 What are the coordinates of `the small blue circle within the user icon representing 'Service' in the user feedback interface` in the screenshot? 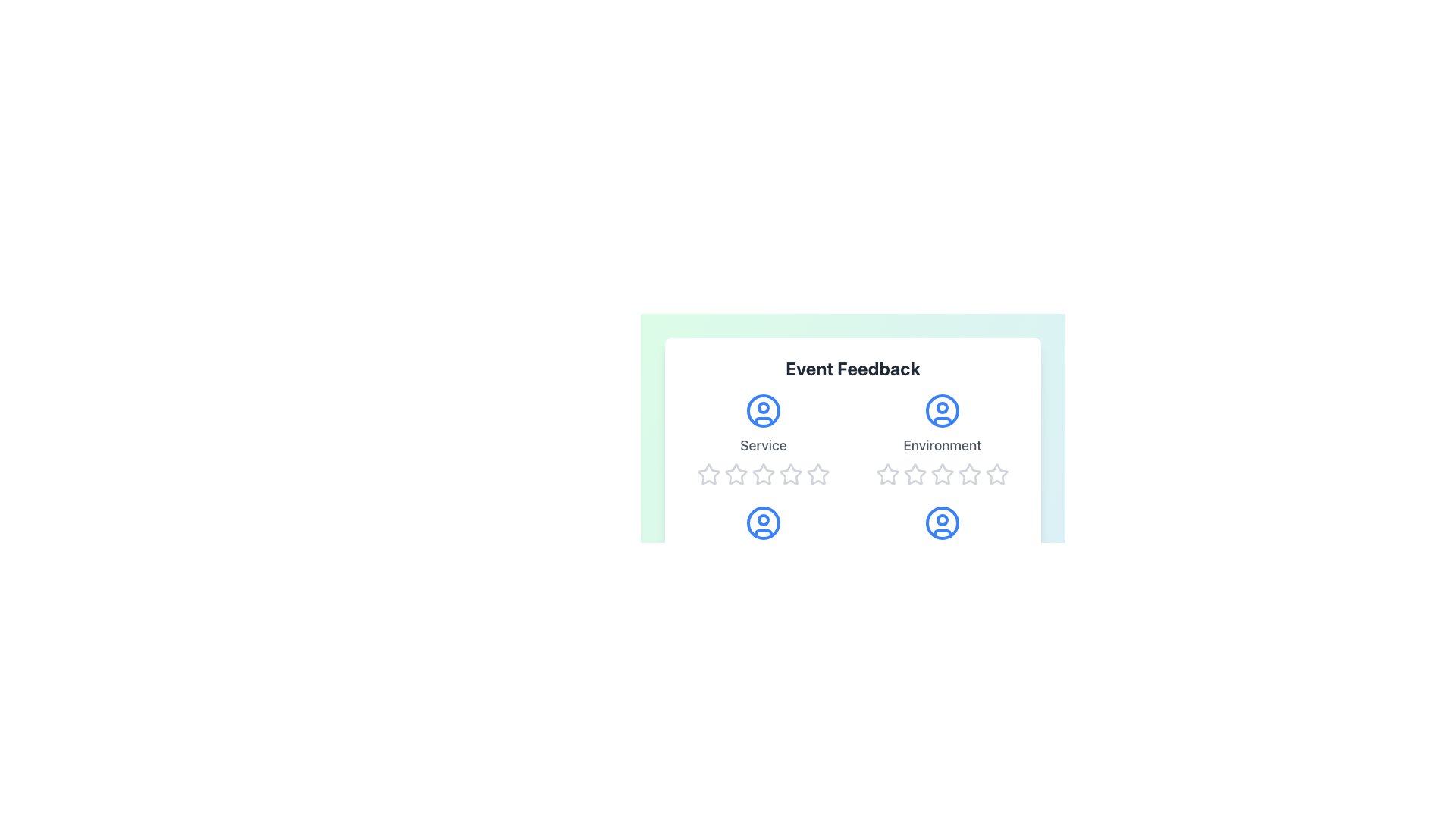 It's located at (764, 519).